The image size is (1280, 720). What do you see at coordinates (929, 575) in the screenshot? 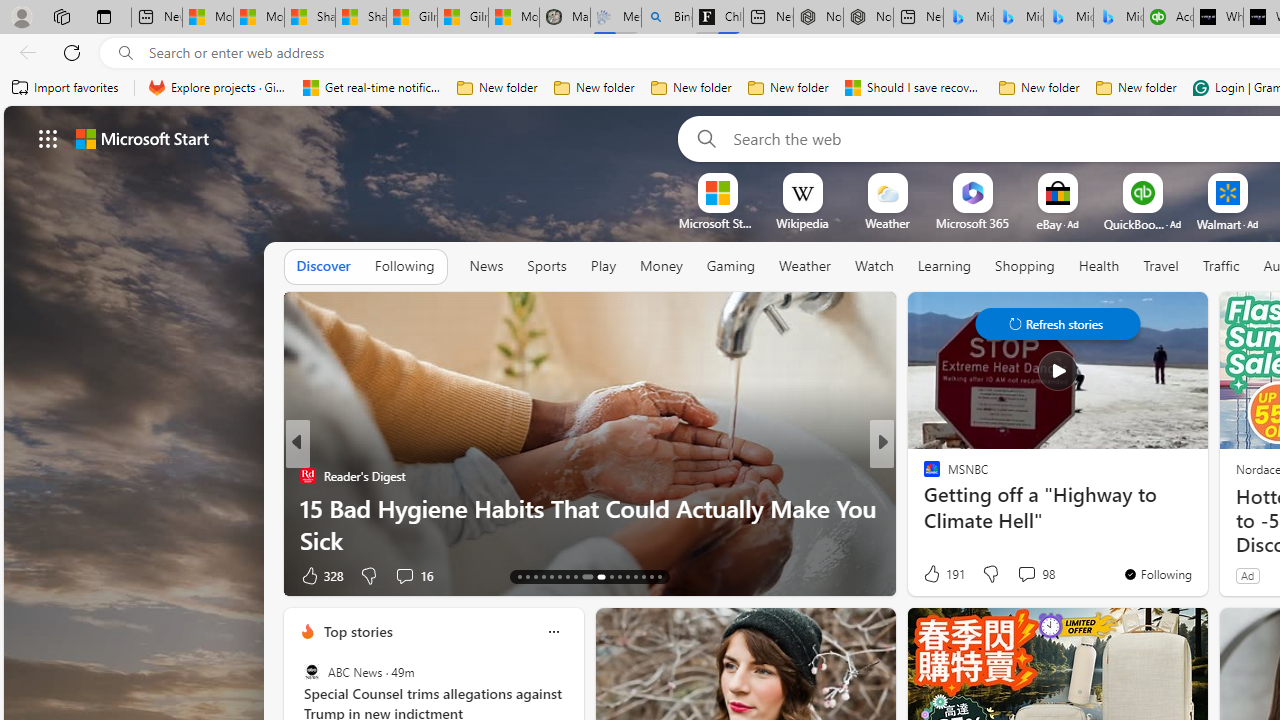
I see `'2 Like'` at bounding box center [929, 575].